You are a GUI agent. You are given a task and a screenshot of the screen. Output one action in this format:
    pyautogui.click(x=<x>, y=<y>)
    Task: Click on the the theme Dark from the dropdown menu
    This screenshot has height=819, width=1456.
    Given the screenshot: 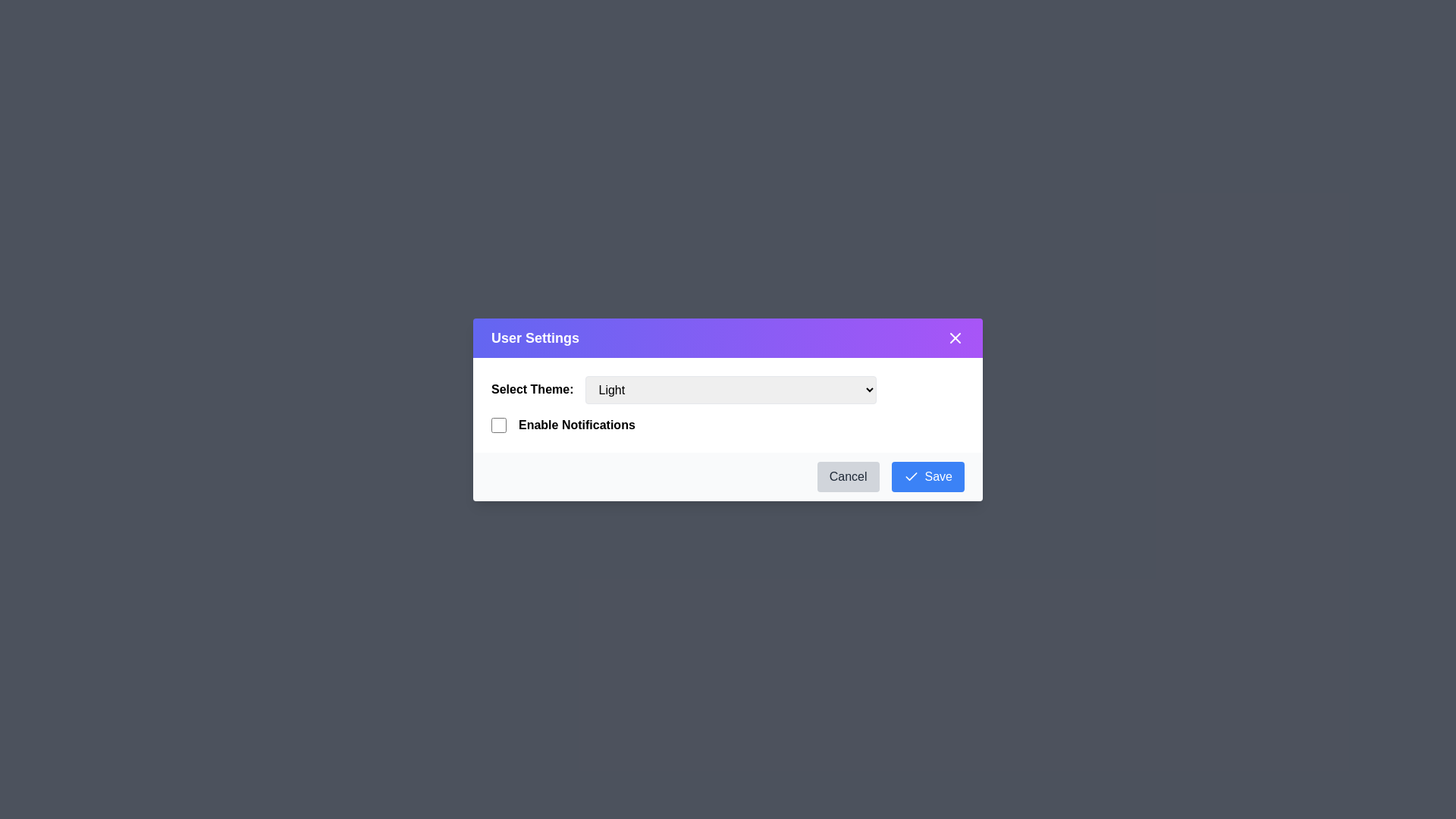 What is the action you would take?
    pyautogui.click(x=731, y=388)
    